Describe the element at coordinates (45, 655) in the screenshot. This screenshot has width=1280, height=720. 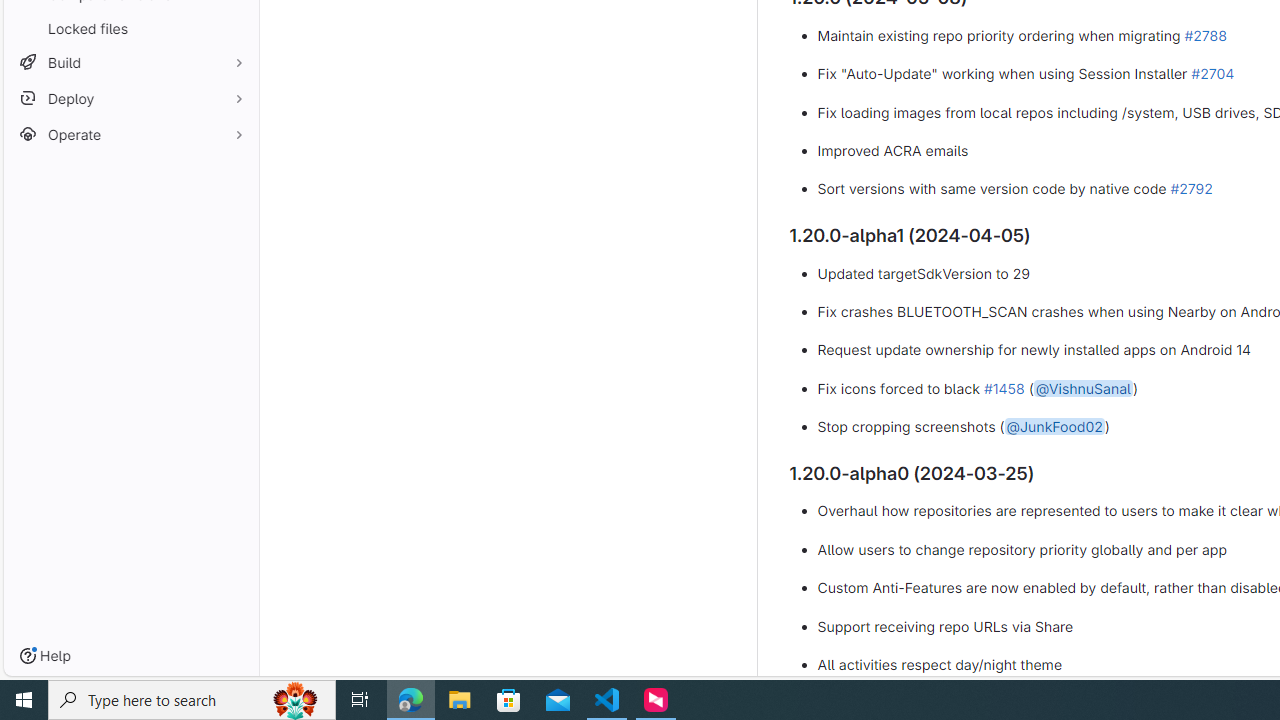
I see `'Help'` at that location.